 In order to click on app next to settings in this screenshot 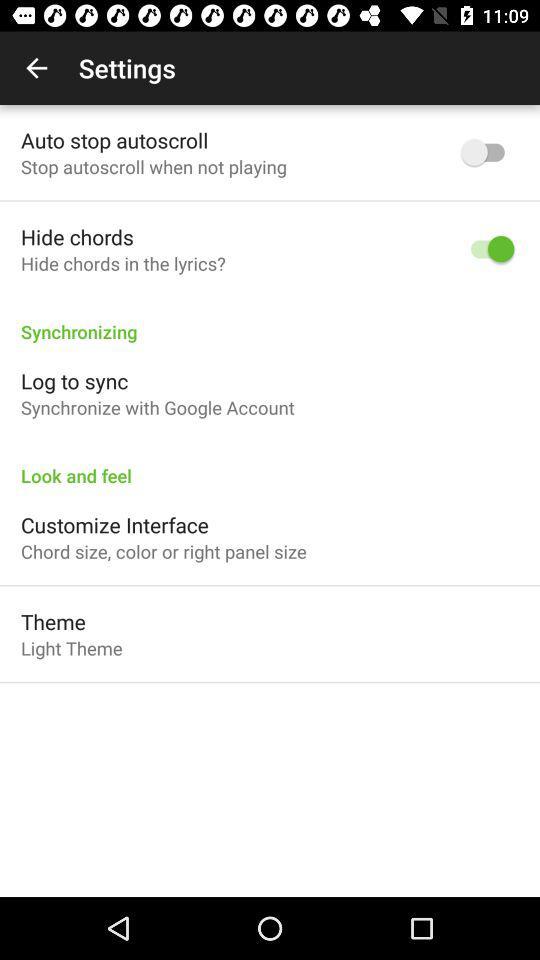, I will do `click(36, 68)`.